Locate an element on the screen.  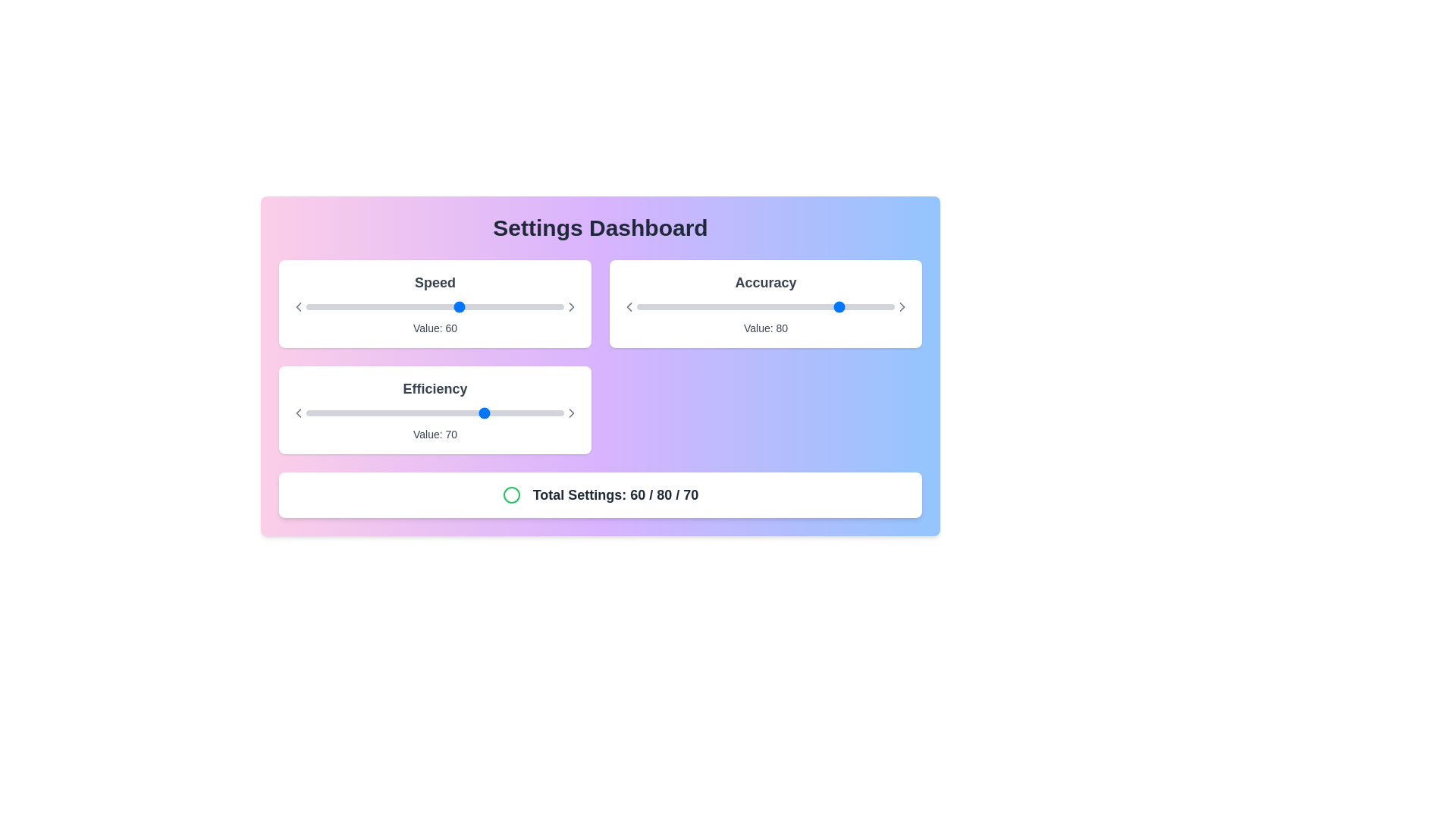
the left-pointing chevron arrow icon in the 'Efficiency' section to decrease the Efficiency setting value is located at coordinates (298, 413).